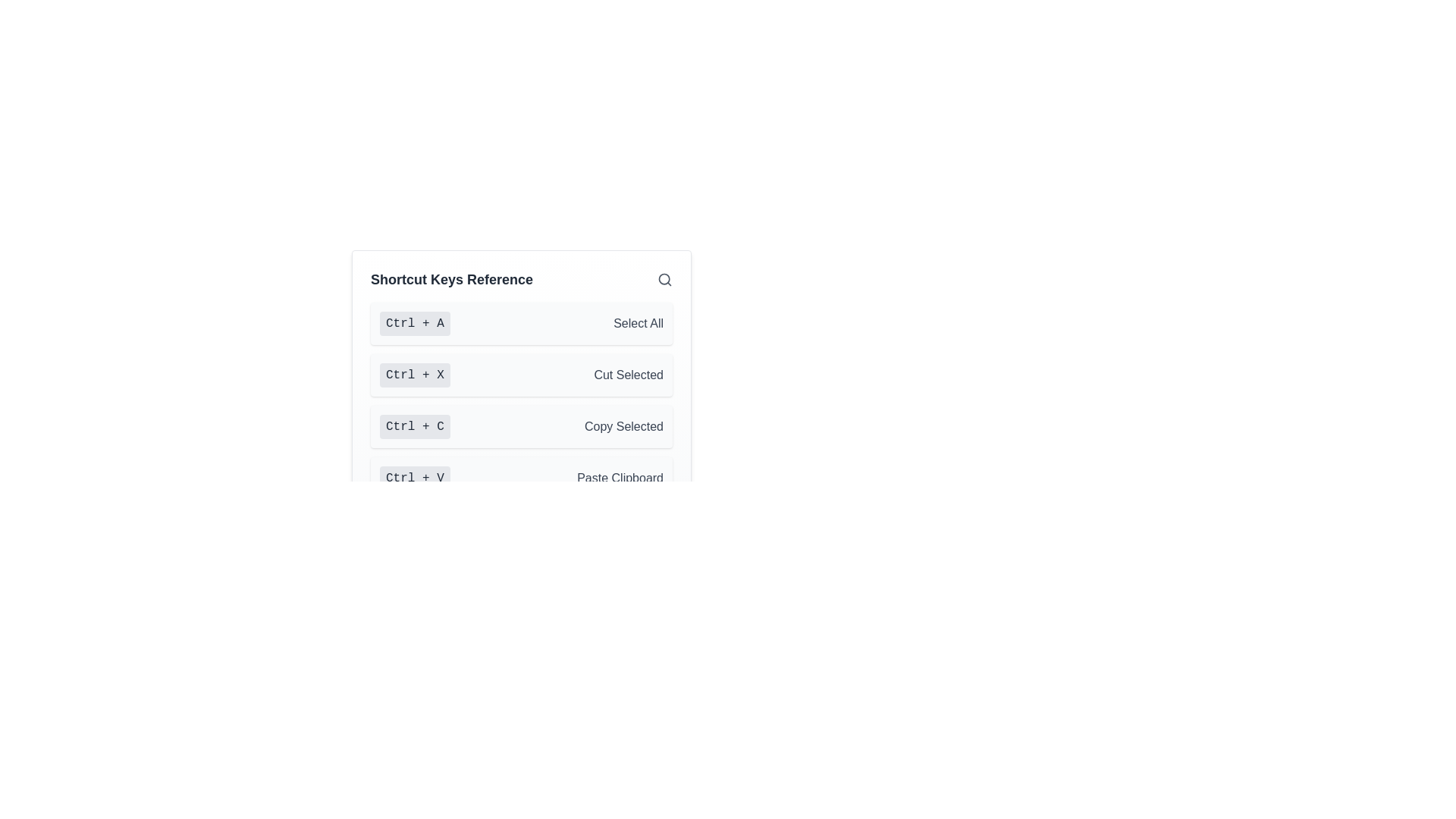 Image resolution: width=1456 pixels, height=819 pixels. Describe the element at coordinates (415, 427) in the screenshot. I see `the rectangular badge with rounded corners that displays the text 'Ctrl + C', which is part of the keyboard shortcuts panel for the 'Copy Selected' action` at that location.